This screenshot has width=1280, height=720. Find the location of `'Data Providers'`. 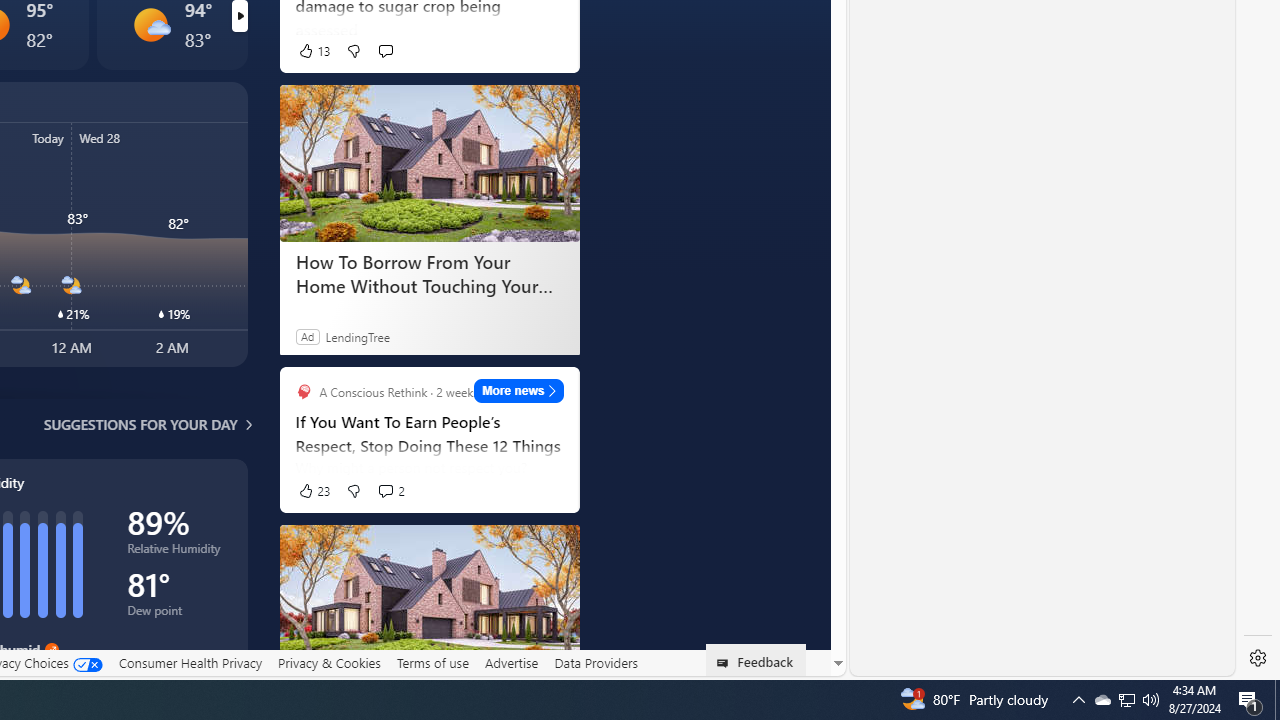

'Data Providers' is located at coordinates (594, 663).